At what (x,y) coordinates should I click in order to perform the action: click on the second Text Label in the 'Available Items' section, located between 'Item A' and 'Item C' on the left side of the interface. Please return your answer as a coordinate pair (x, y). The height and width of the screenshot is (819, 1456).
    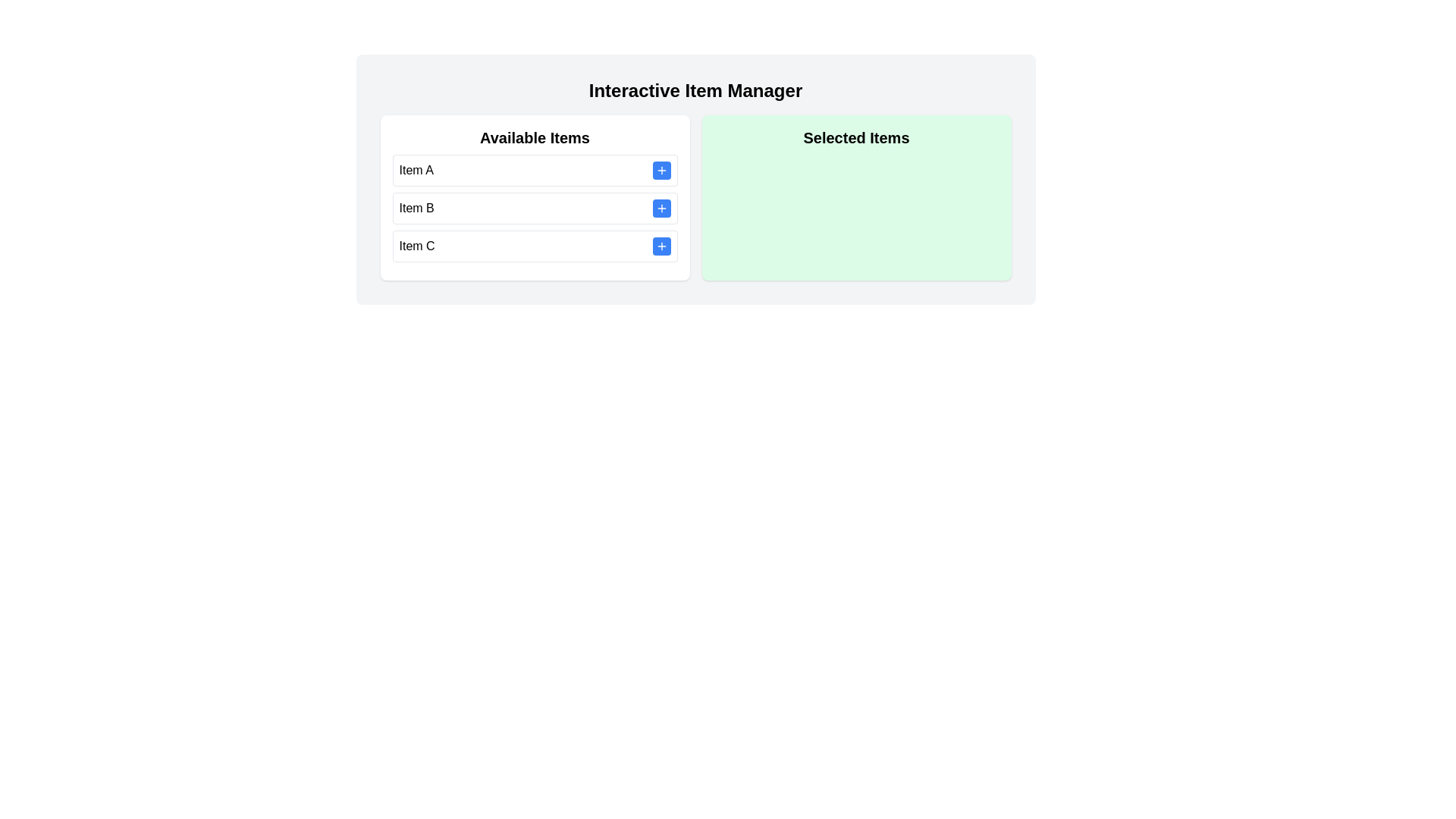
    Looking at the image, I should click on (416, 208).